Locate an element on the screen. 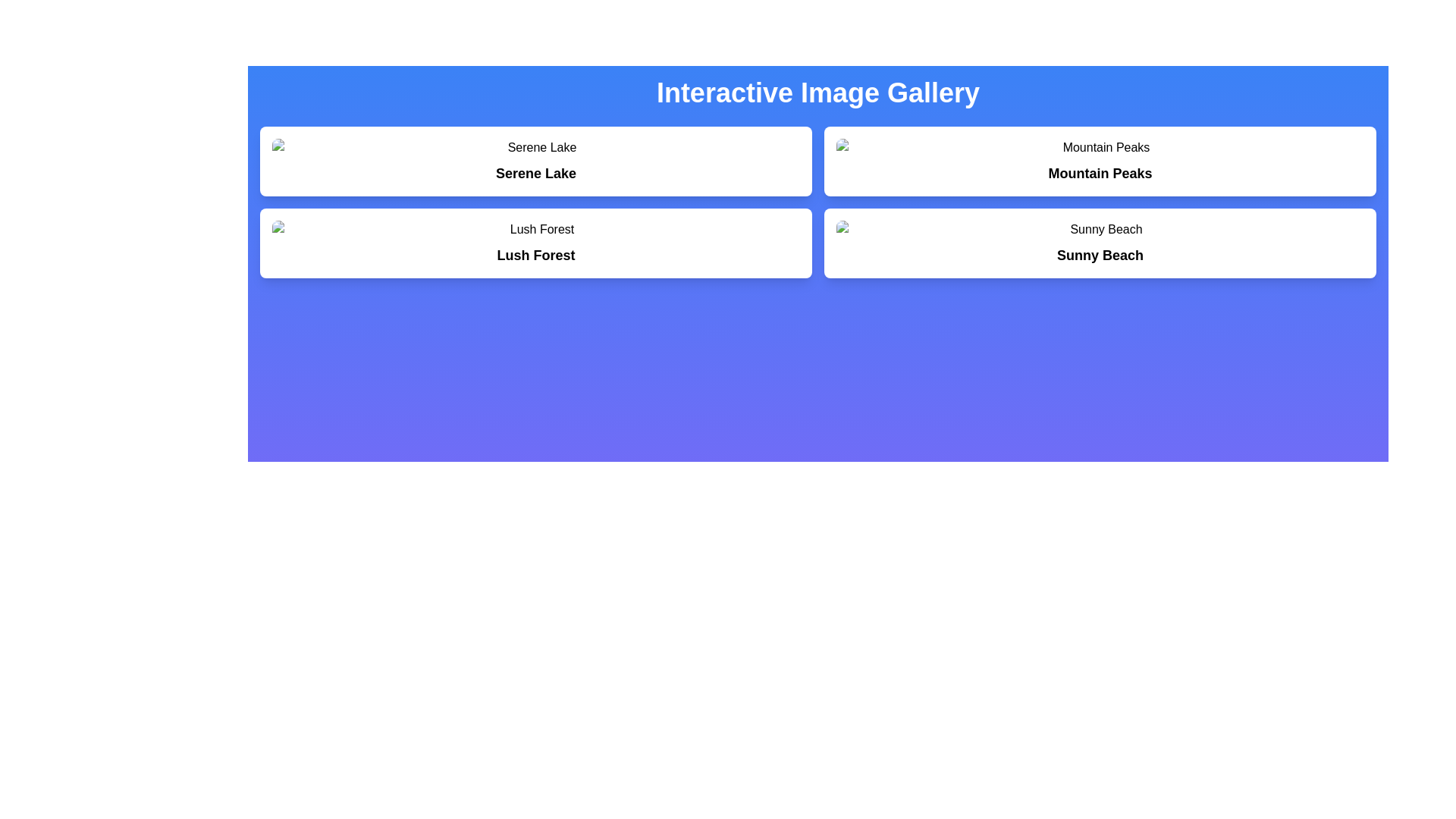 This screenshot has height=819, width=1456. the image associated with the 'Lush Forest' title located in the bottom-left of the layout to interact with it is located at coordinates (535, 230).